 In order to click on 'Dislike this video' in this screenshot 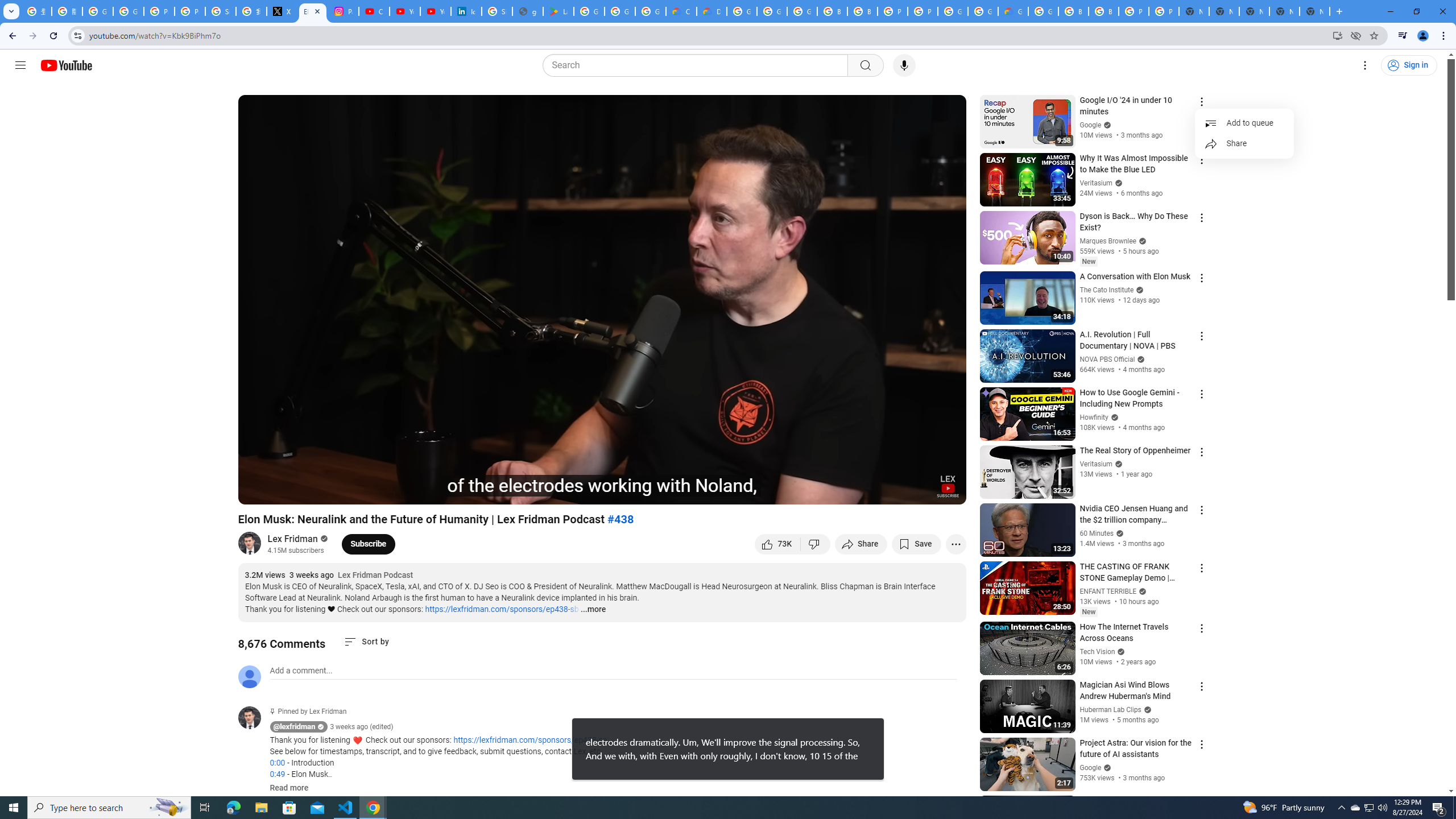, I will do `click(816, 543)`.